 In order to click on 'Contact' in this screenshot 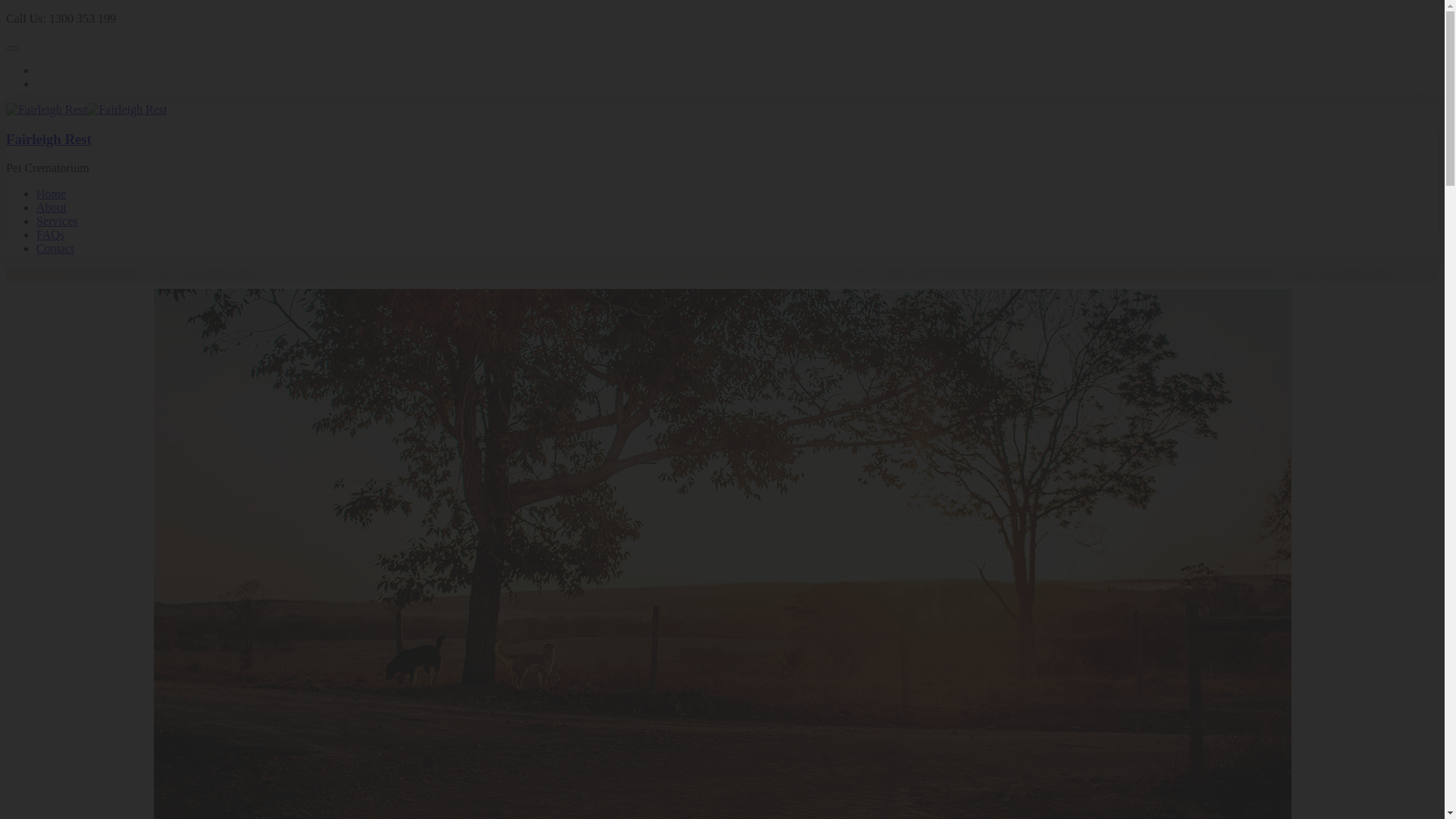, I will do `click(55, 247)`.